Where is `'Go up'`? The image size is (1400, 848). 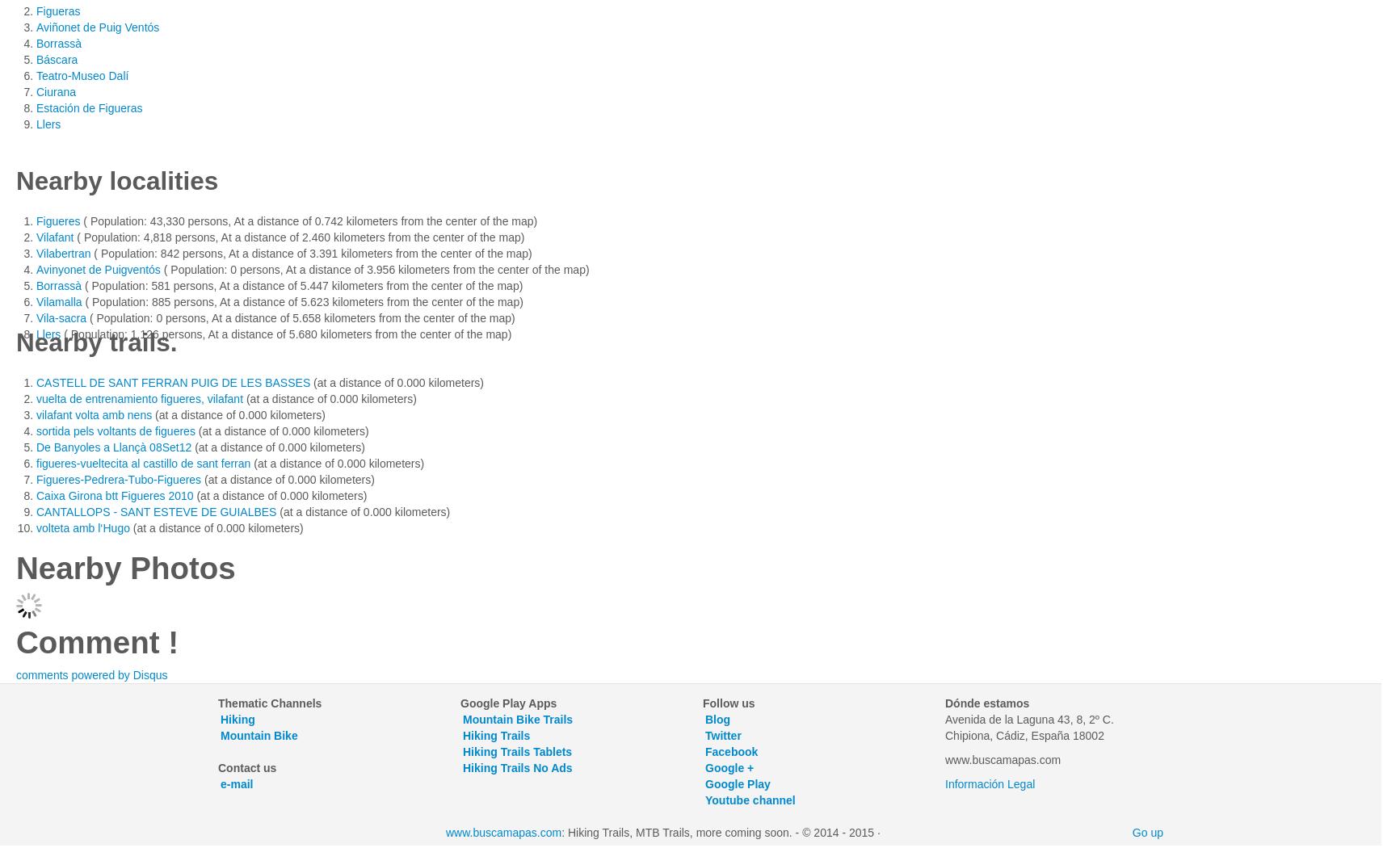 'Go up' is located at coordinates (1147, 831).